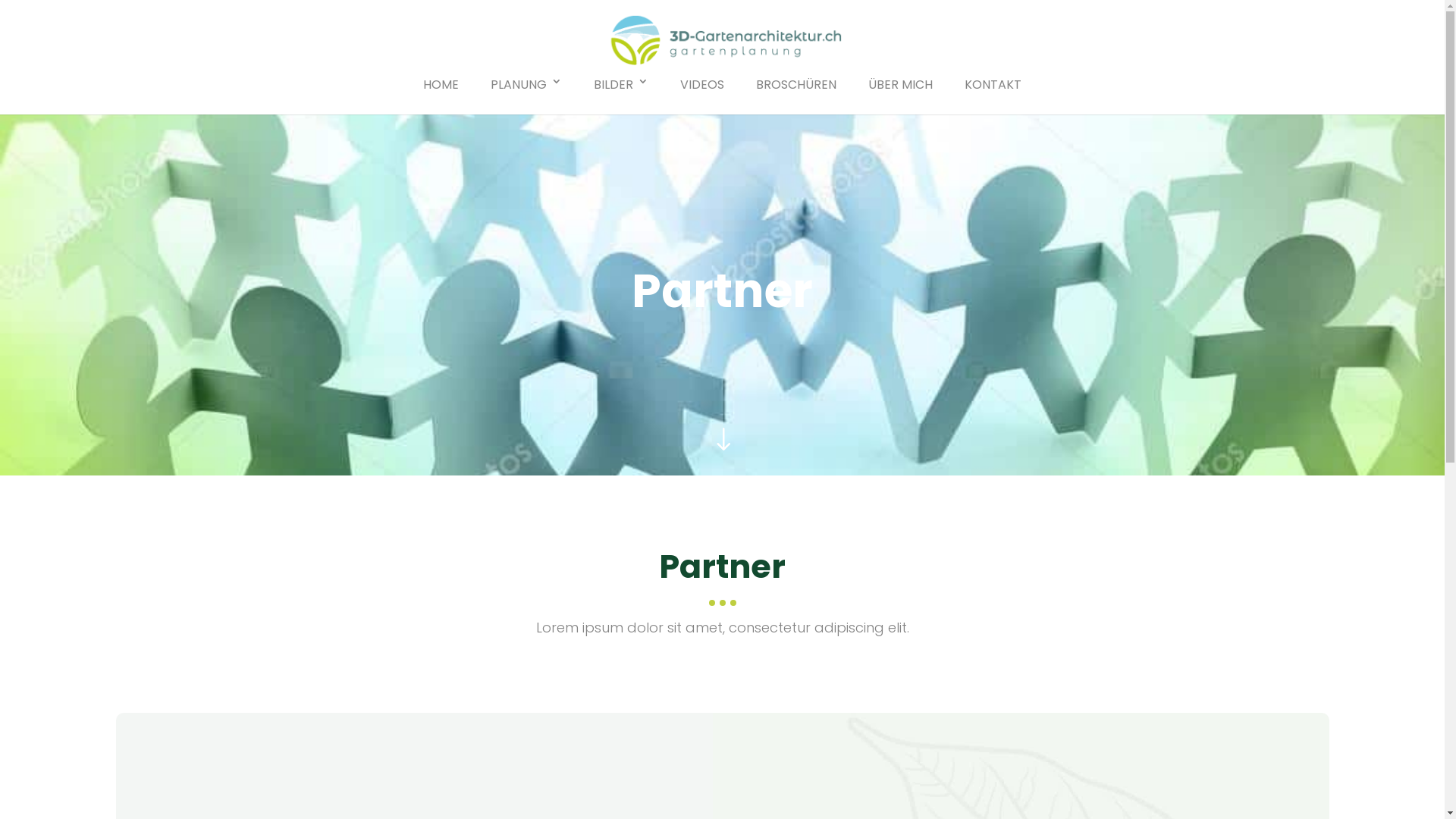  I want to click on 'BILDER', so click(621, 96).